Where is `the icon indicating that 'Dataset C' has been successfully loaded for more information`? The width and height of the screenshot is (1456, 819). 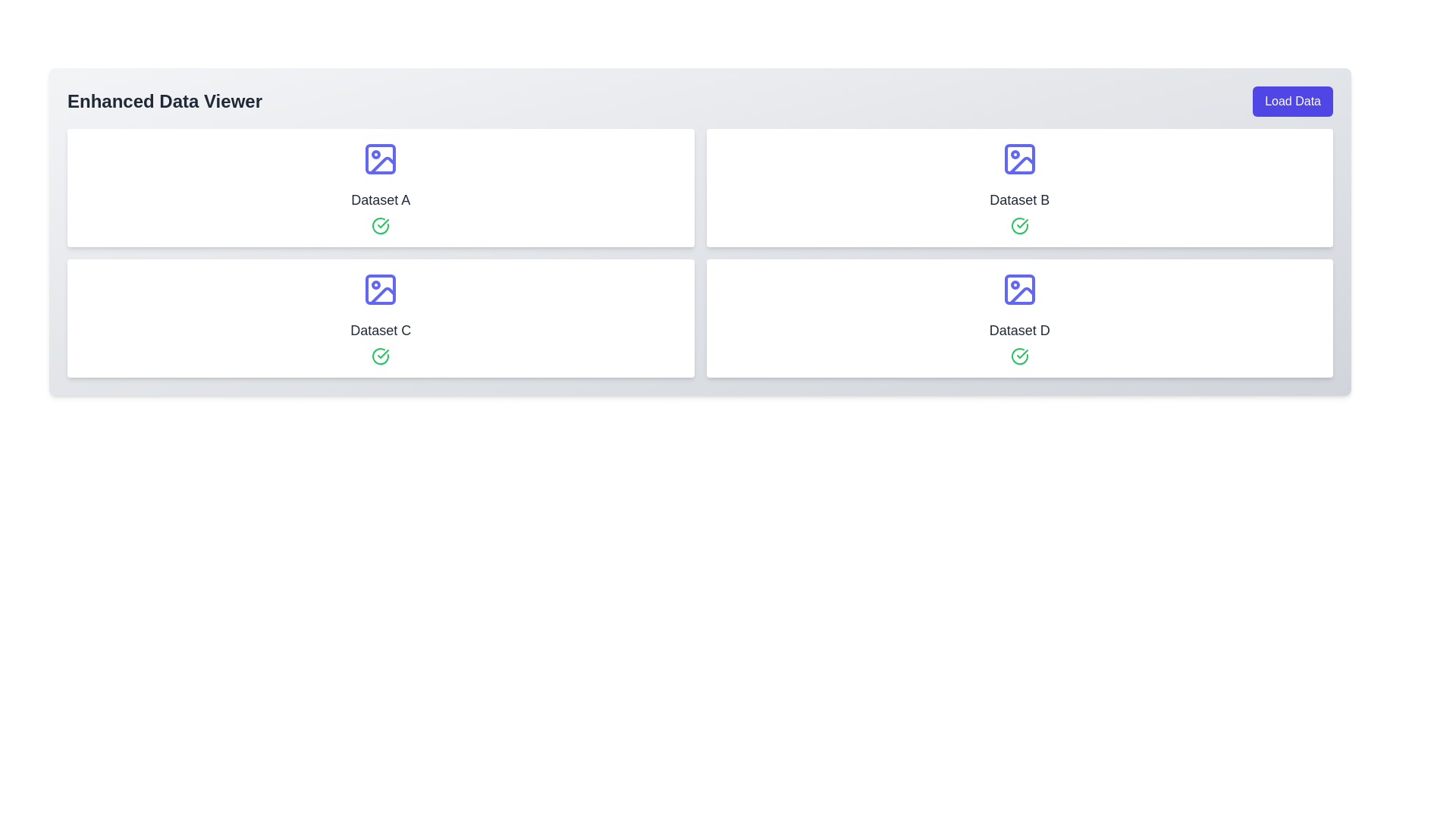
the icon indicating that 'Dataset C' has been successfully loaded for more information is located at coordinates (381, 356).